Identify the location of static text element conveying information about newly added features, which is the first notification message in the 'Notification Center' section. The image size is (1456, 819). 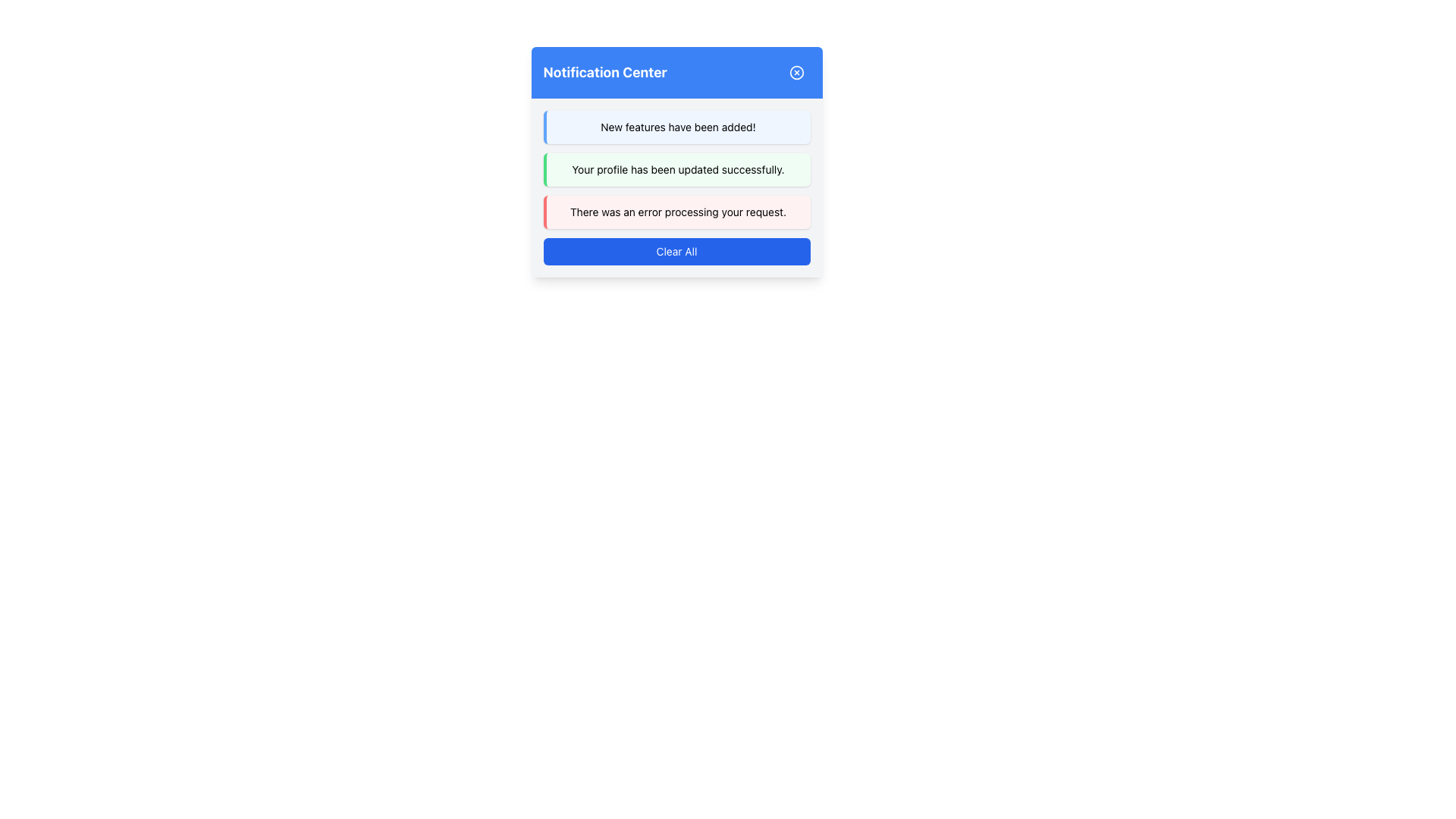
(677, 127).